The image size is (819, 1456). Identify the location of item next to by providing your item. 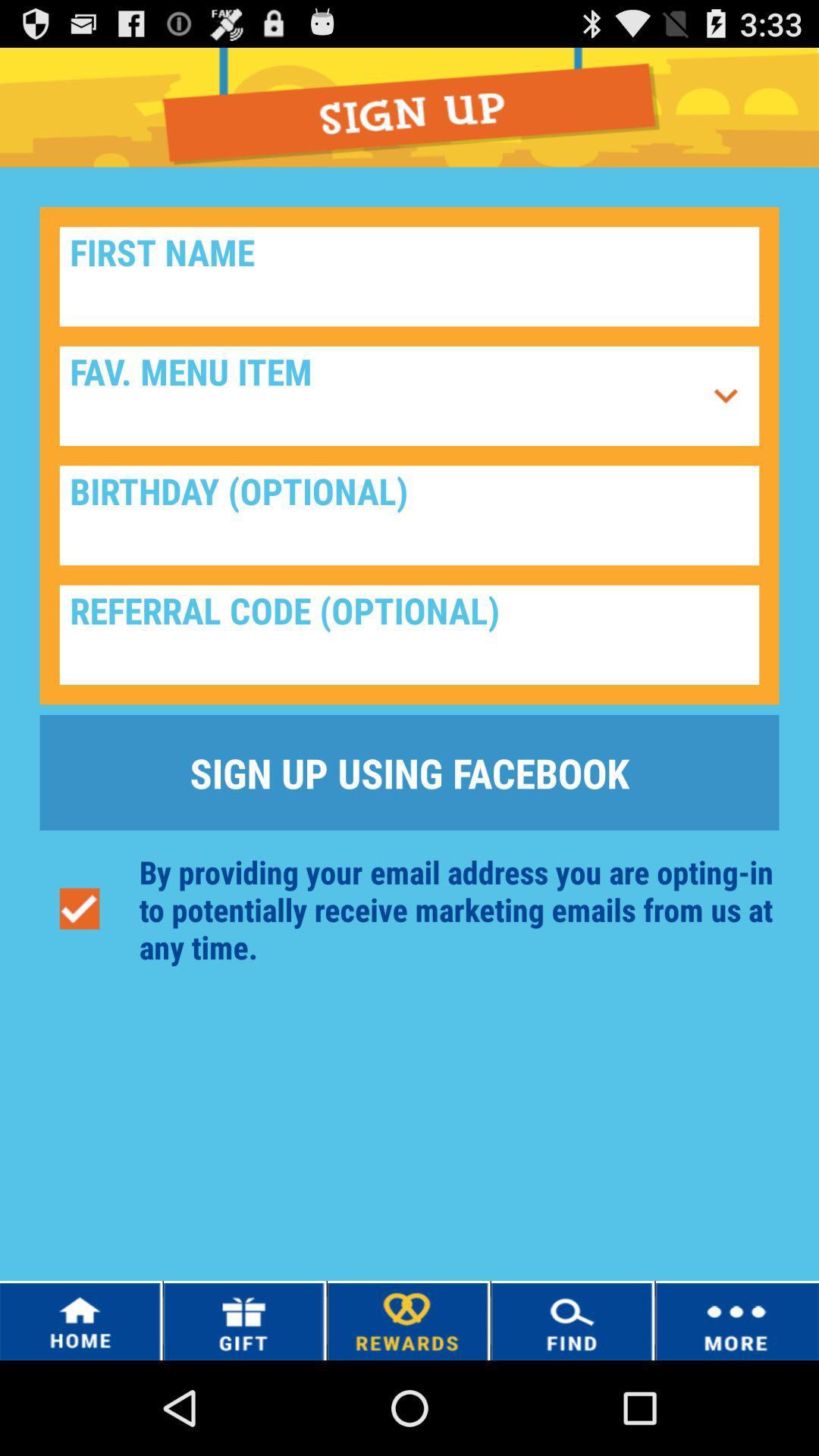
(79, 909).